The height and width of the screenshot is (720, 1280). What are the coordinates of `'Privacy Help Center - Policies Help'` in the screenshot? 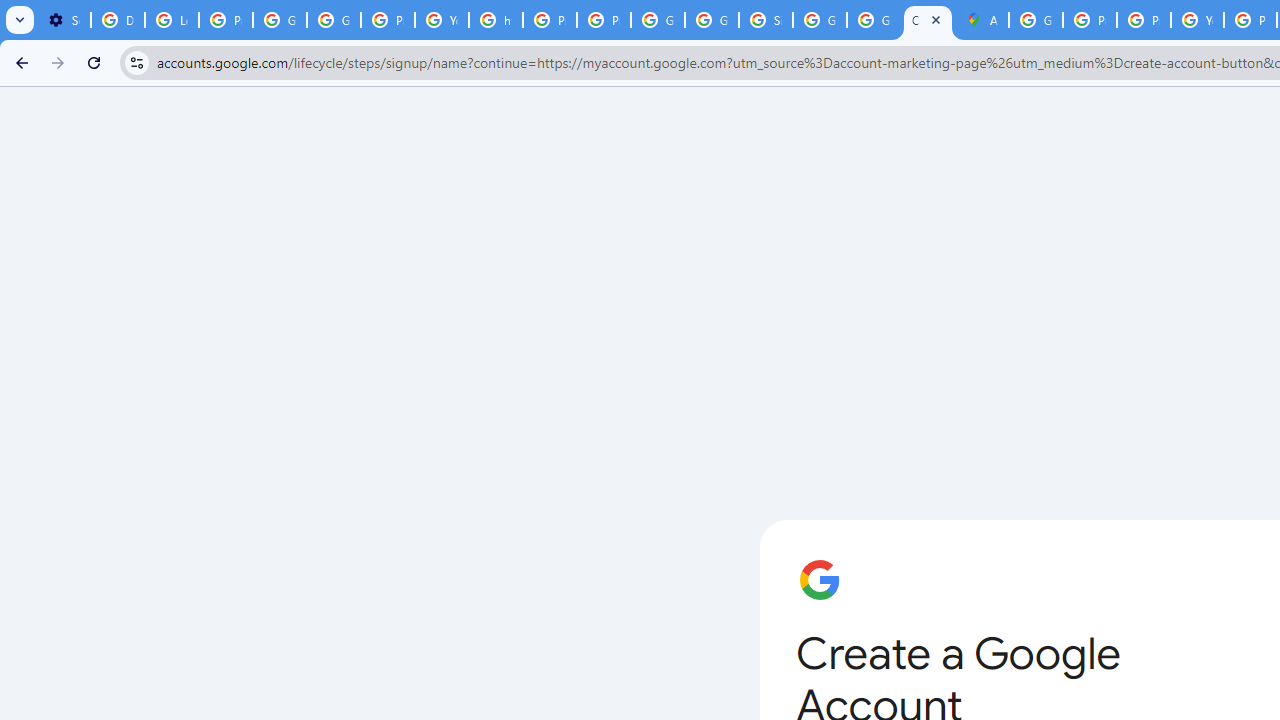 It's located at (1088, 20).